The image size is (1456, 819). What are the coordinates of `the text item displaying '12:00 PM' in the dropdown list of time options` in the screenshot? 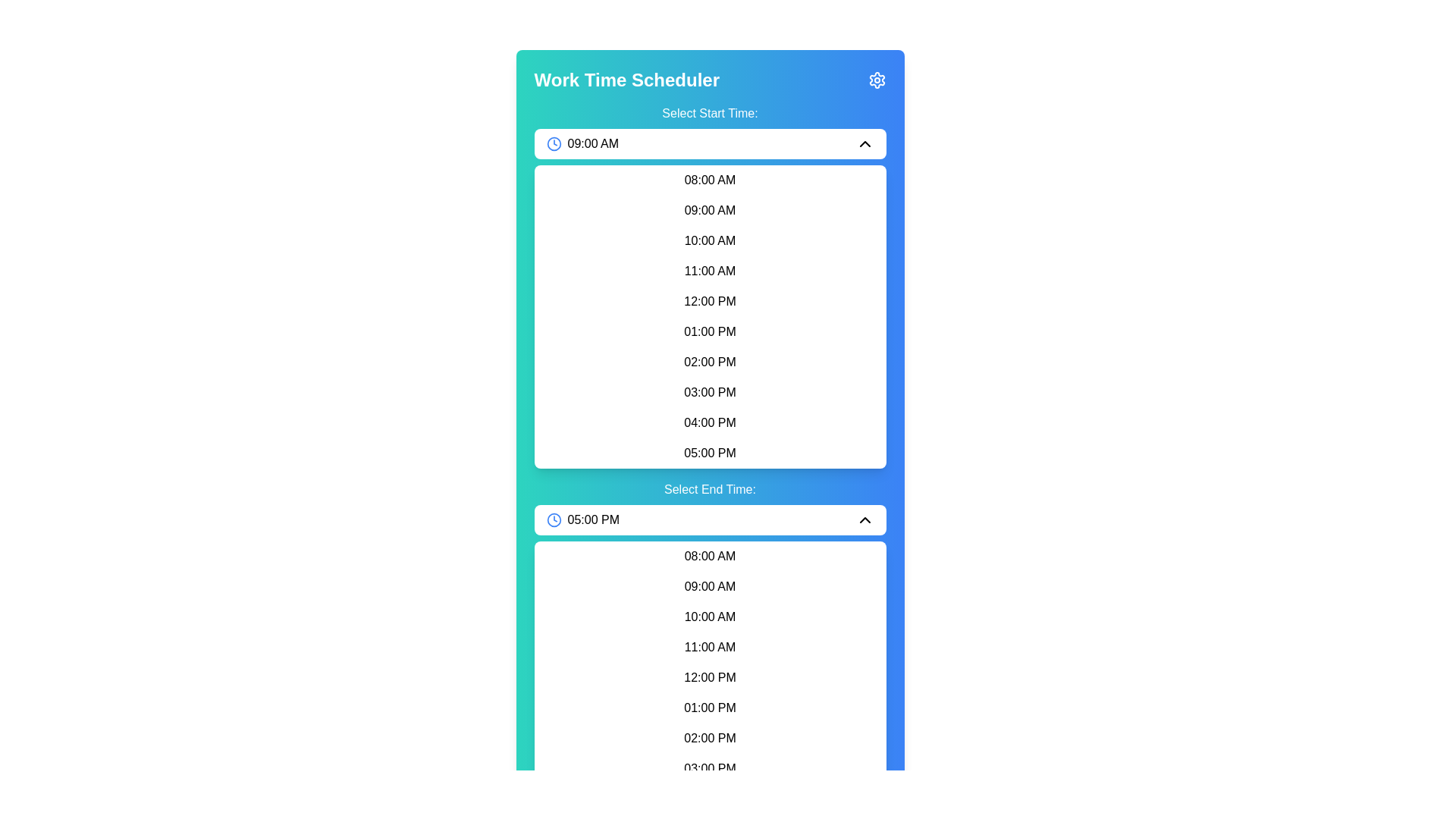 It's located at (709, 677).